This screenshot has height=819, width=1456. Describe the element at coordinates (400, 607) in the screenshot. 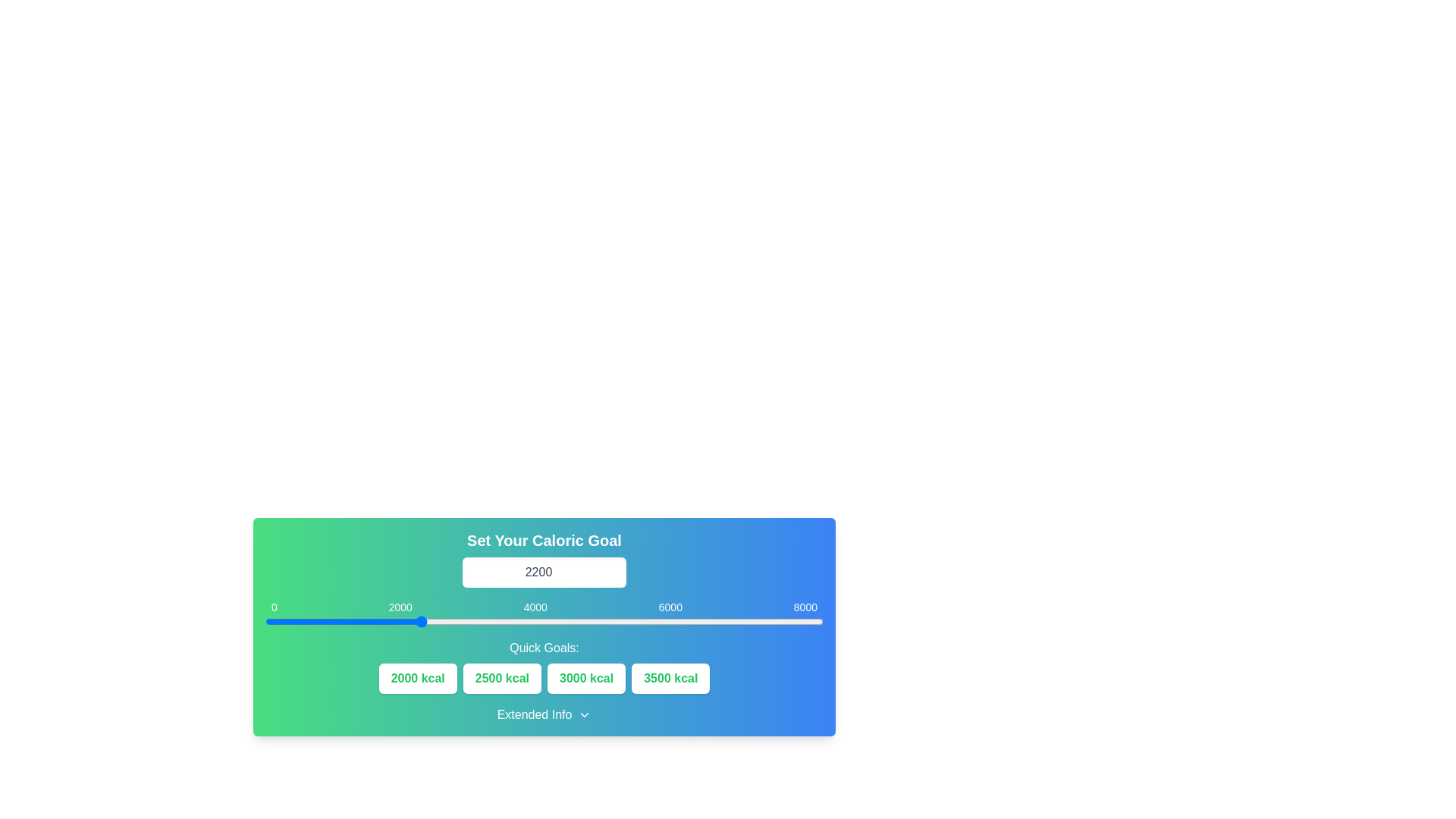

I see `text label that represents the initial value of the slider, located between '0' and '4000'` at that location.